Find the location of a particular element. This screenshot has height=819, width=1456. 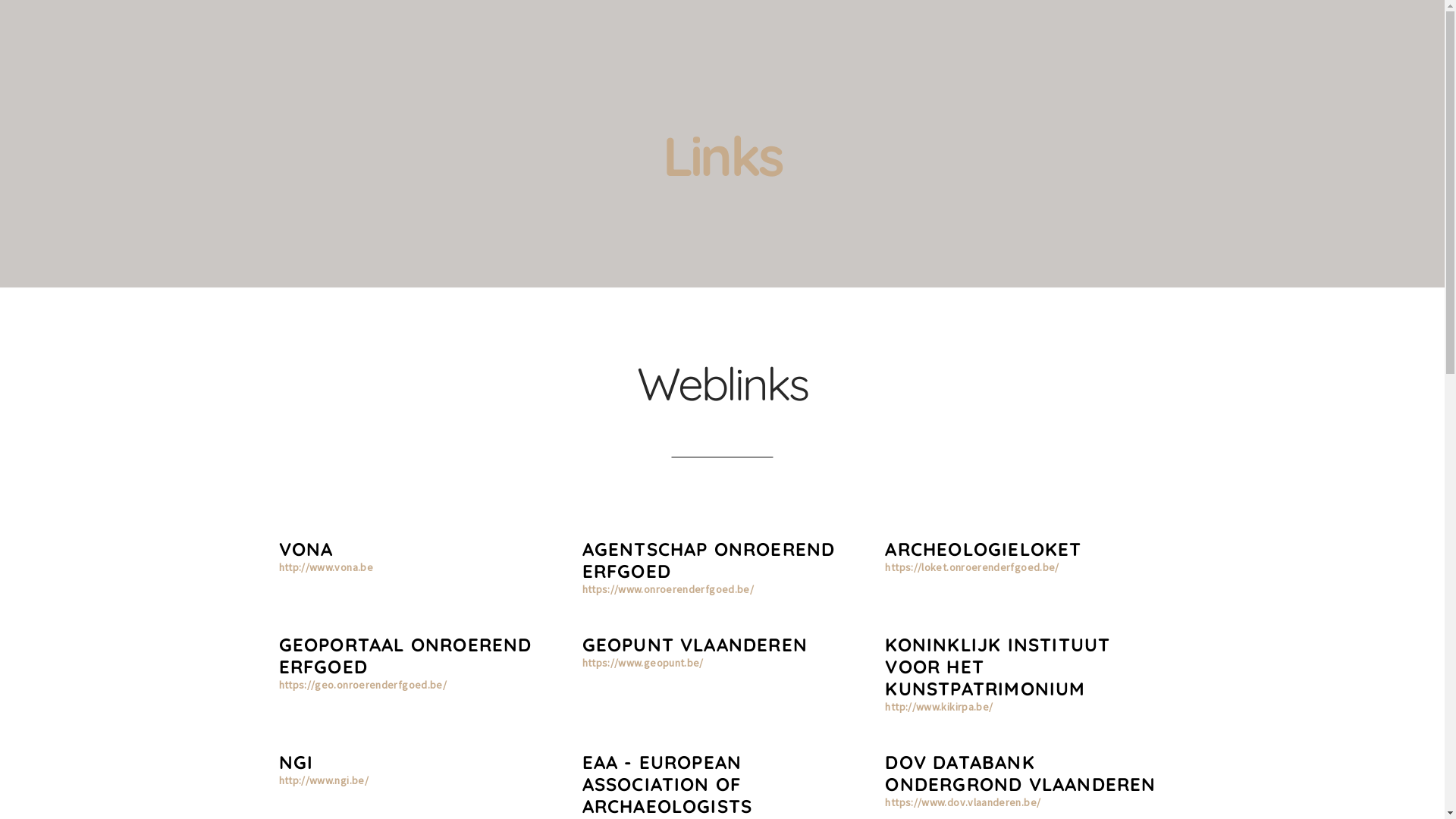

'GEOPORTAAL ONROEREND ERFGOED' is located at coordinates (405, 654).